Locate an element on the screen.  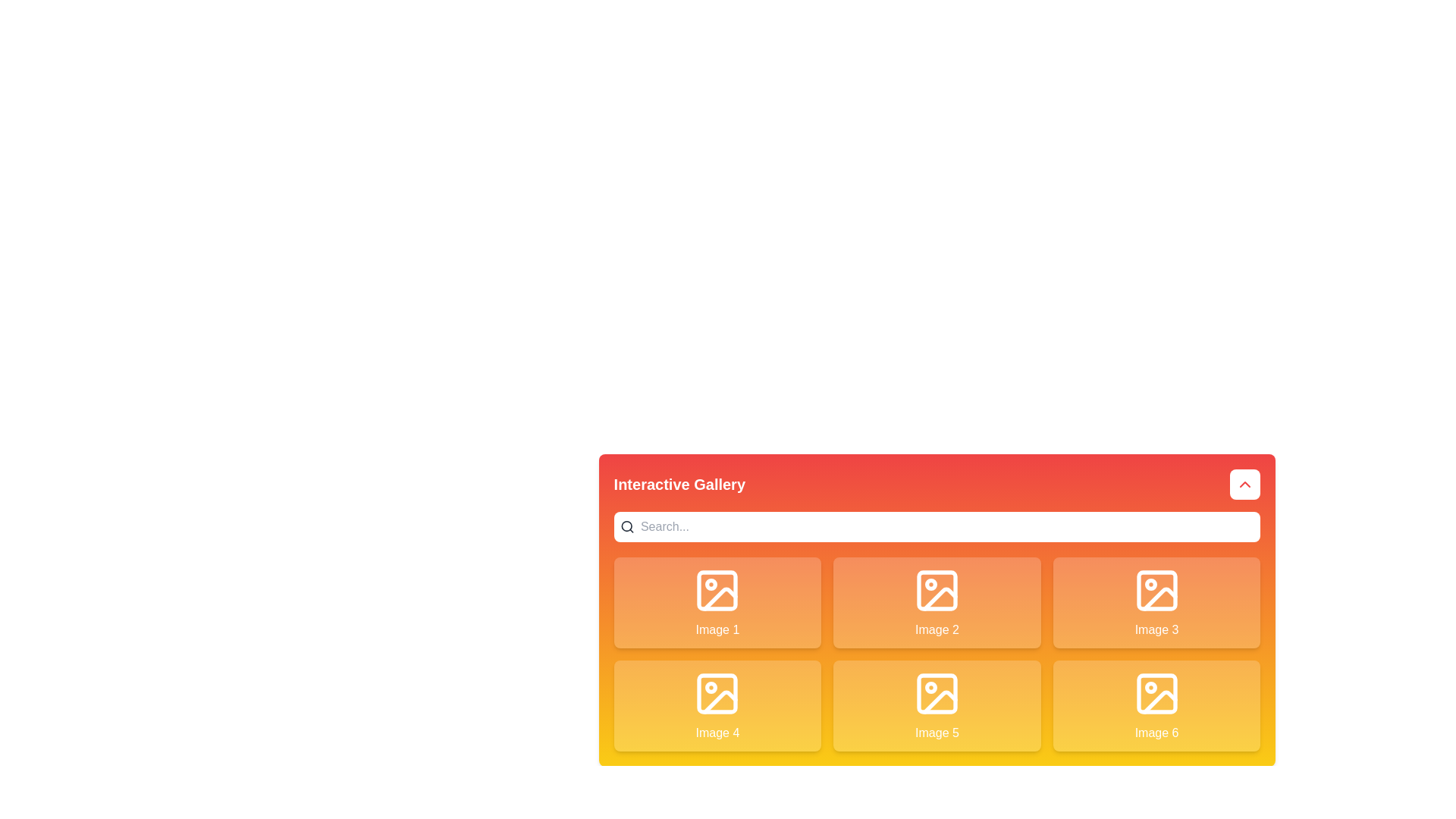
the square icon with rounded corners that represents an image placeholder in the card labeled 'Image 1' in the top row of the grid layout is located at coordinates (717, 590).